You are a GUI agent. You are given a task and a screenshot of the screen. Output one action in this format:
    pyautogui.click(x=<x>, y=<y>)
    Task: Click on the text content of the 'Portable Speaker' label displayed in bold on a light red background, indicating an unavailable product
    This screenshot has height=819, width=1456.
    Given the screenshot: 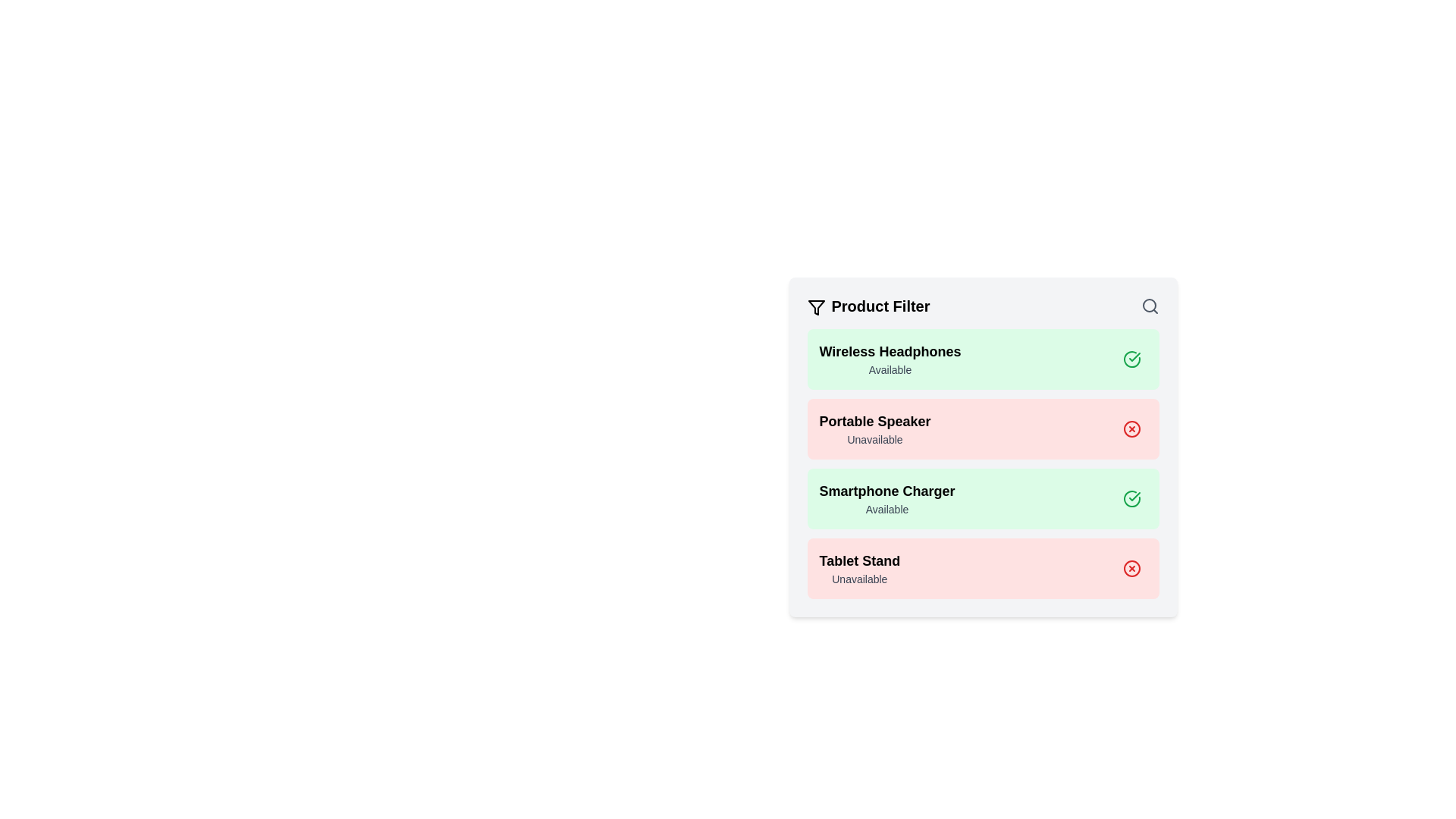 What is the action you would take?
    pyautogui.click(x=875, y=421)
    